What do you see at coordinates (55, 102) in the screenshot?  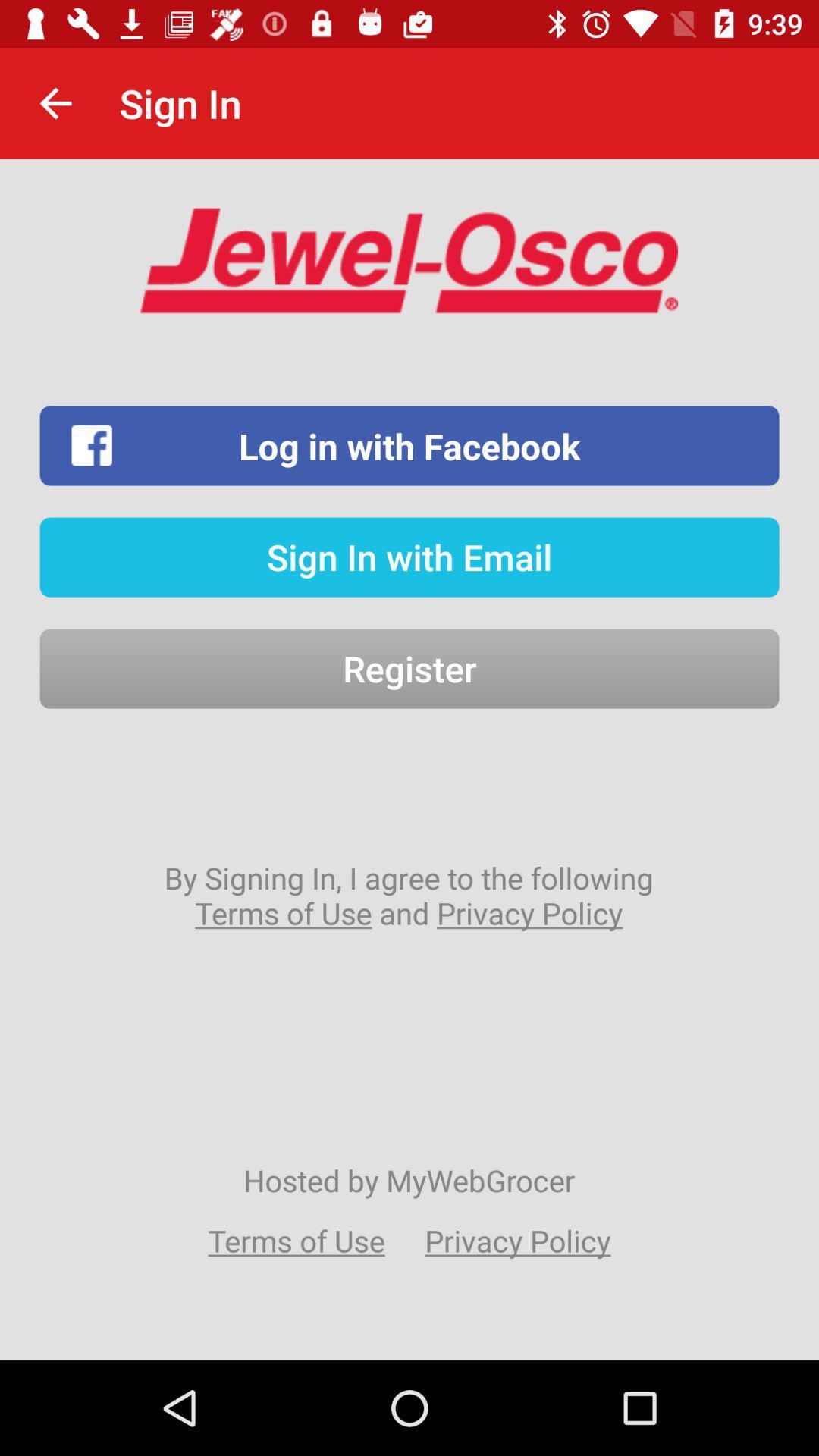 I see `icon next to sign in icon` at bounding box center [55, 102].